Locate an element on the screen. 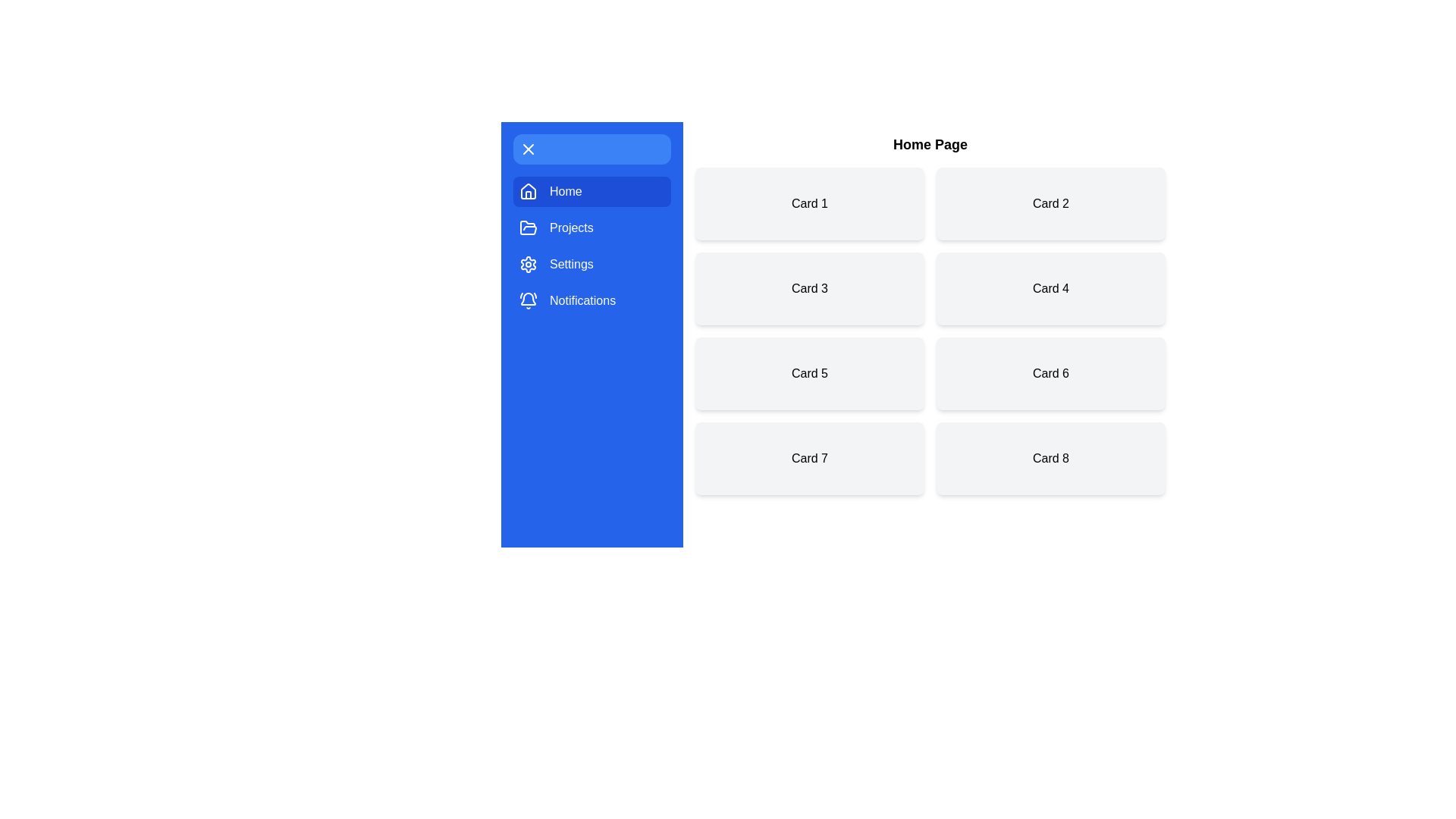 This screenshot has height=819, width=1456. the toggle button to change the drawer state is located at coordinates (591, 149).